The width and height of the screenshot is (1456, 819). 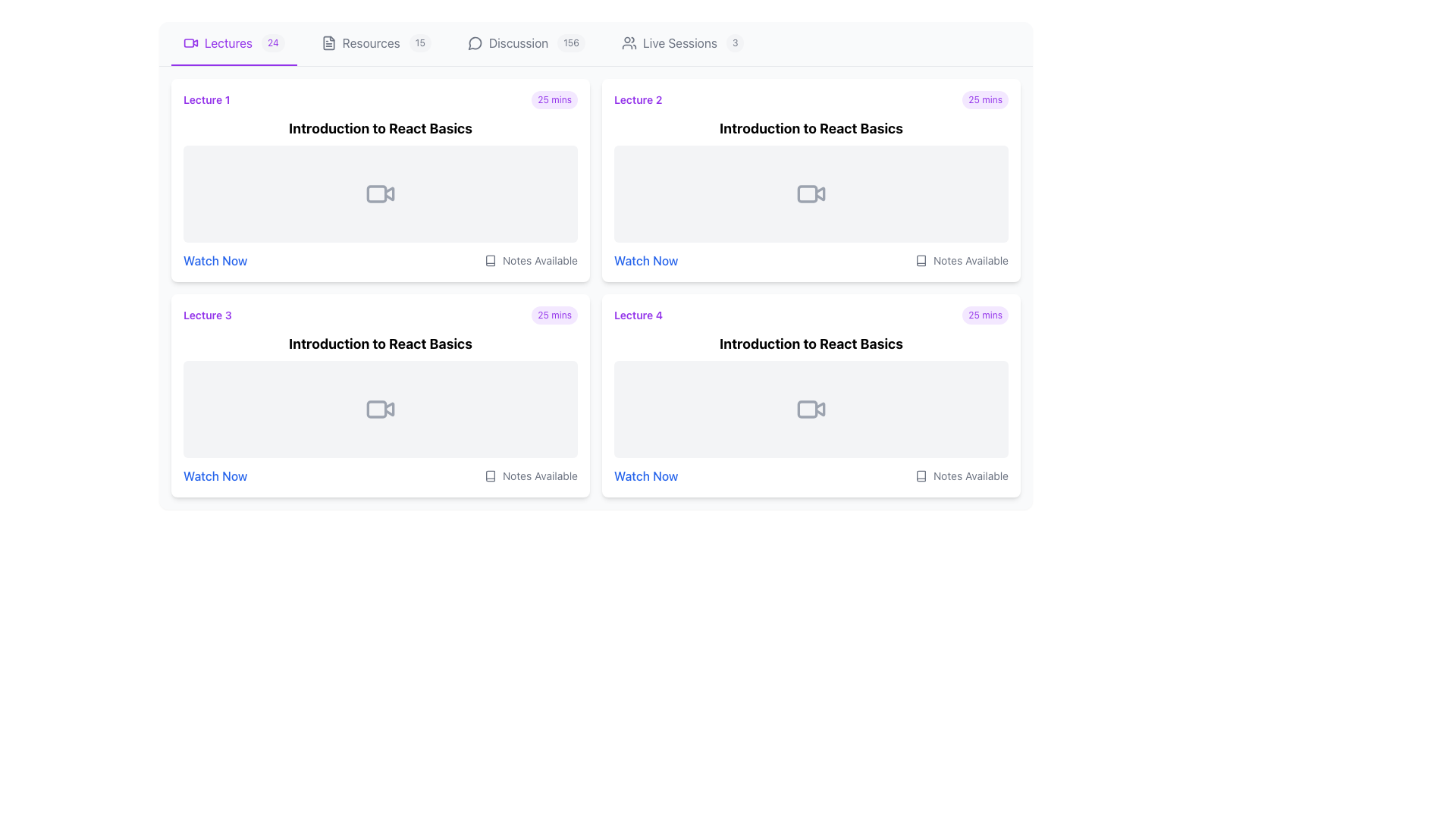 I want to click on the notes icon located to the left of the 'Notes Available' text in the bottom-left section of the grid layout, so click(x=491, y=475).